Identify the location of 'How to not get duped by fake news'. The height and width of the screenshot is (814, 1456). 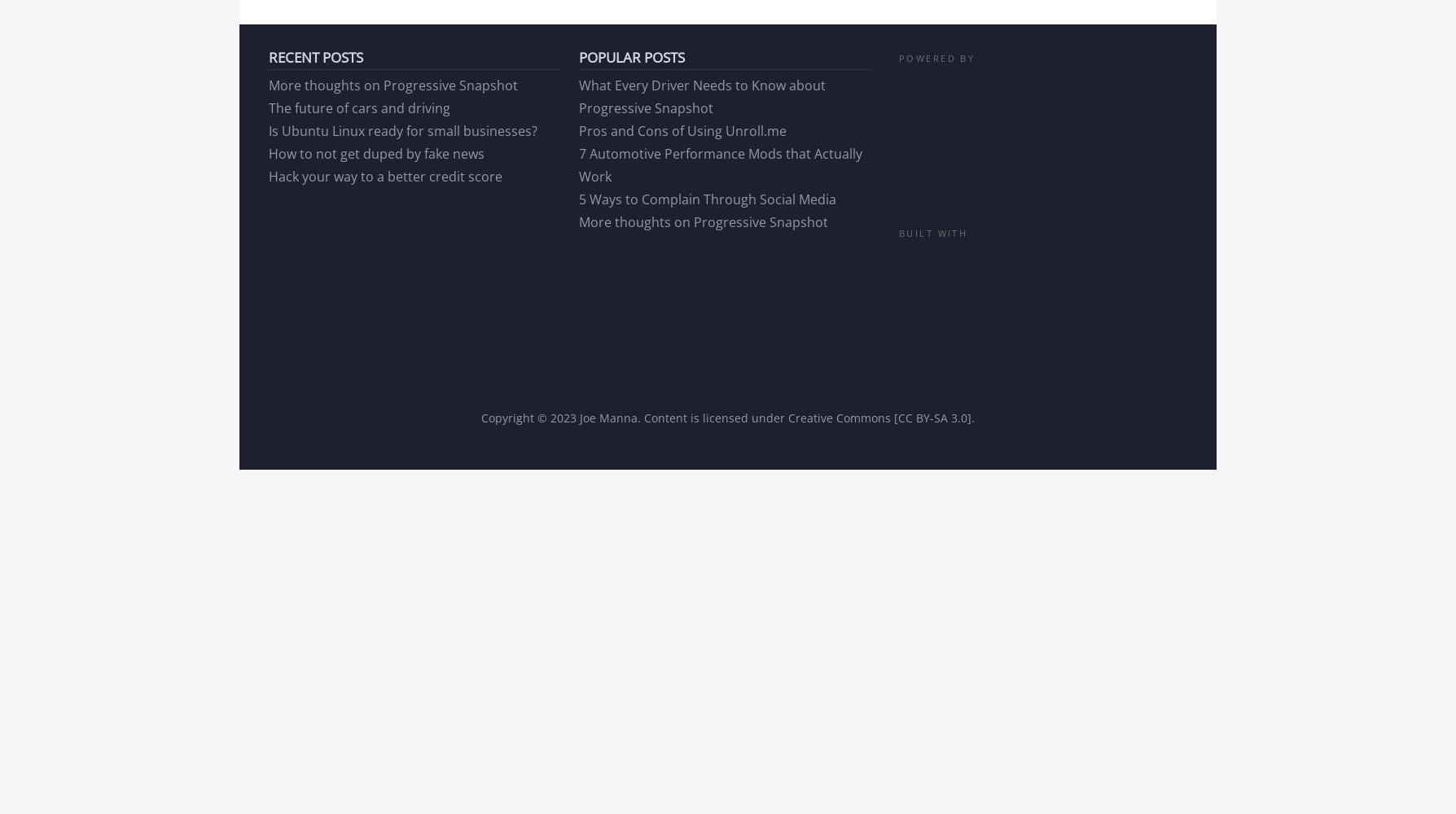
(375, 153).